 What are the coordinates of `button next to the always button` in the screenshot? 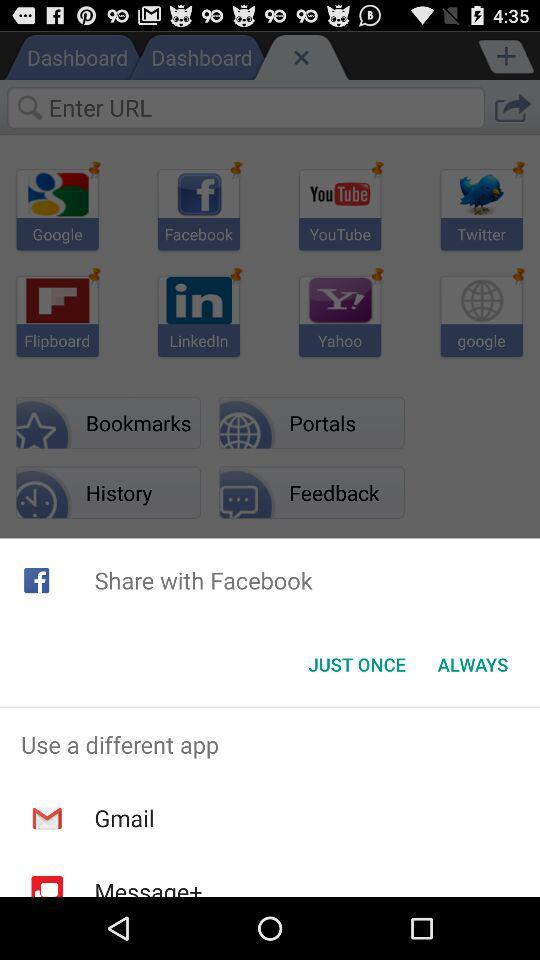 It's located at (356, 664).